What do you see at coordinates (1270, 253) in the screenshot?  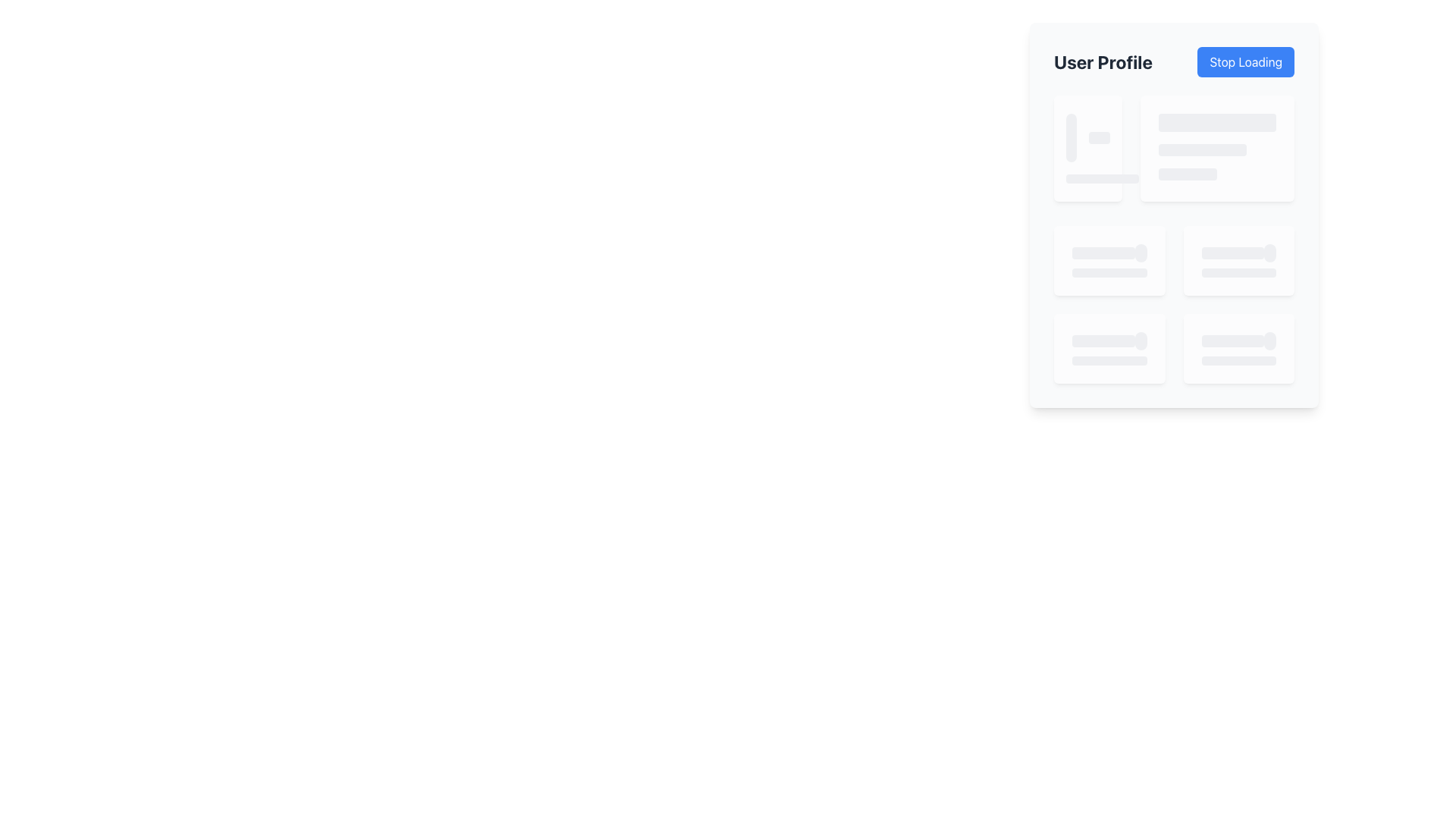 I see `the small gray circle located within the lower right section of the 'User Profile' card interface, positioned to the right of a longer rectangular sibling element` at bounding box center [1270, 253].